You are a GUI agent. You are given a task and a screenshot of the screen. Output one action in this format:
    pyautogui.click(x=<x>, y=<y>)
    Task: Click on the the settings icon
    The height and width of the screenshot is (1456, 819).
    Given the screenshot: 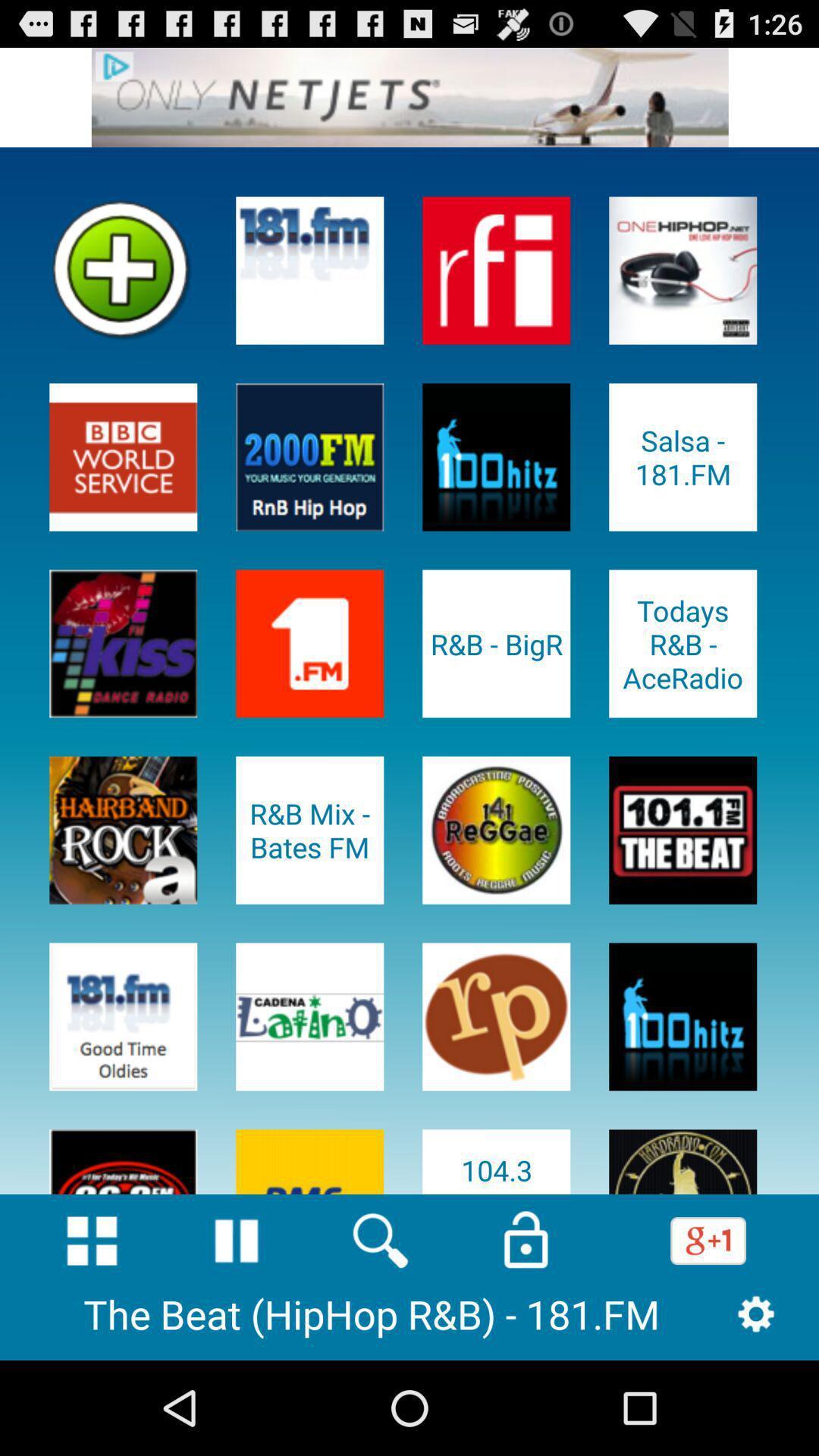 What is the action you would take?
    pyautogui.click(x=756, y=1405)
    